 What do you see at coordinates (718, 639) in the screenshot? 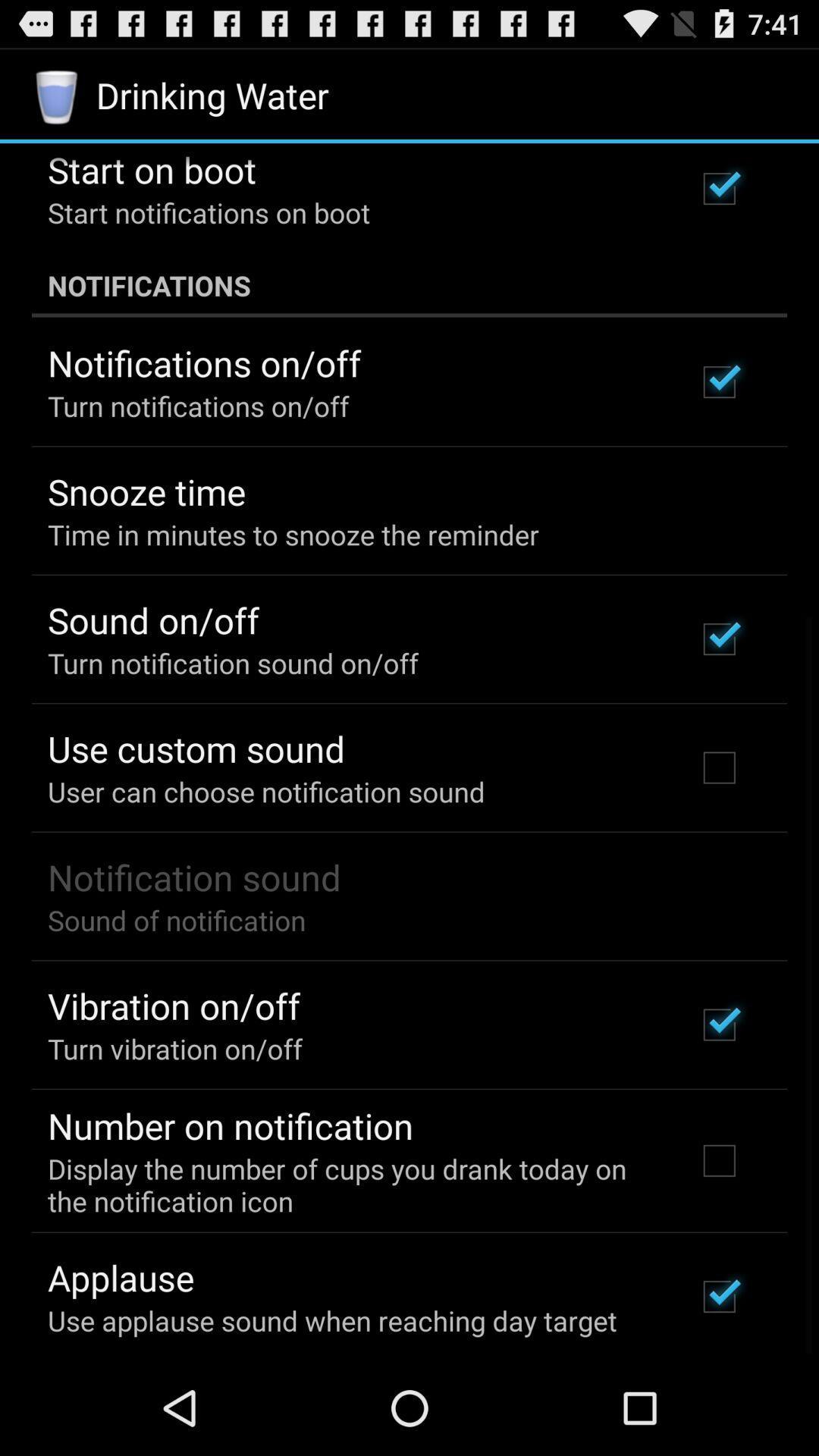
I see `the third option on the top right side of the web page` at bounding box center [718, 639].